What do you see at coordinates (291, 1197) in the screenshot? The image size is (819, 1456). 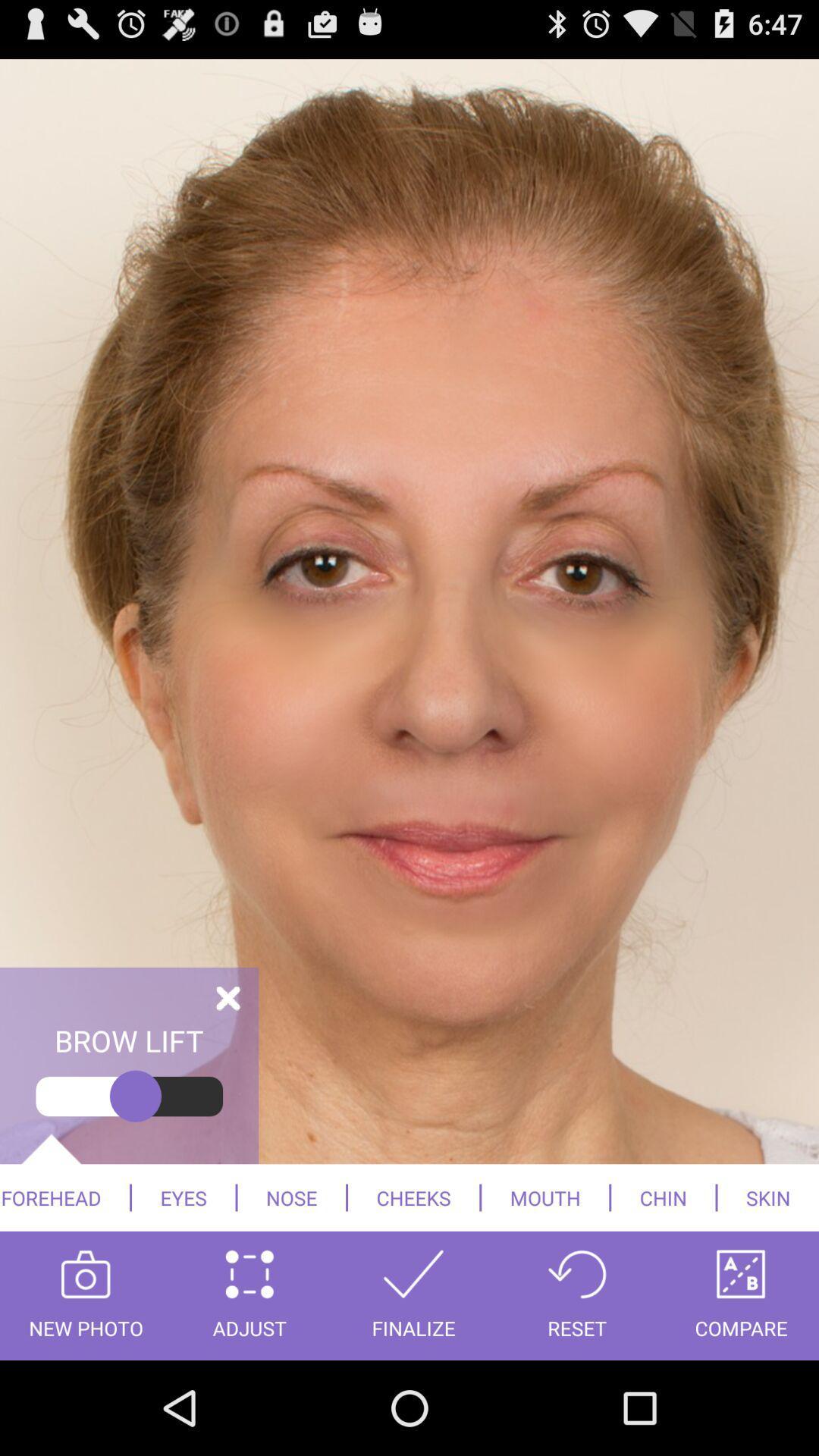 I see `the nose icon` at bounding box center [291, 1197].